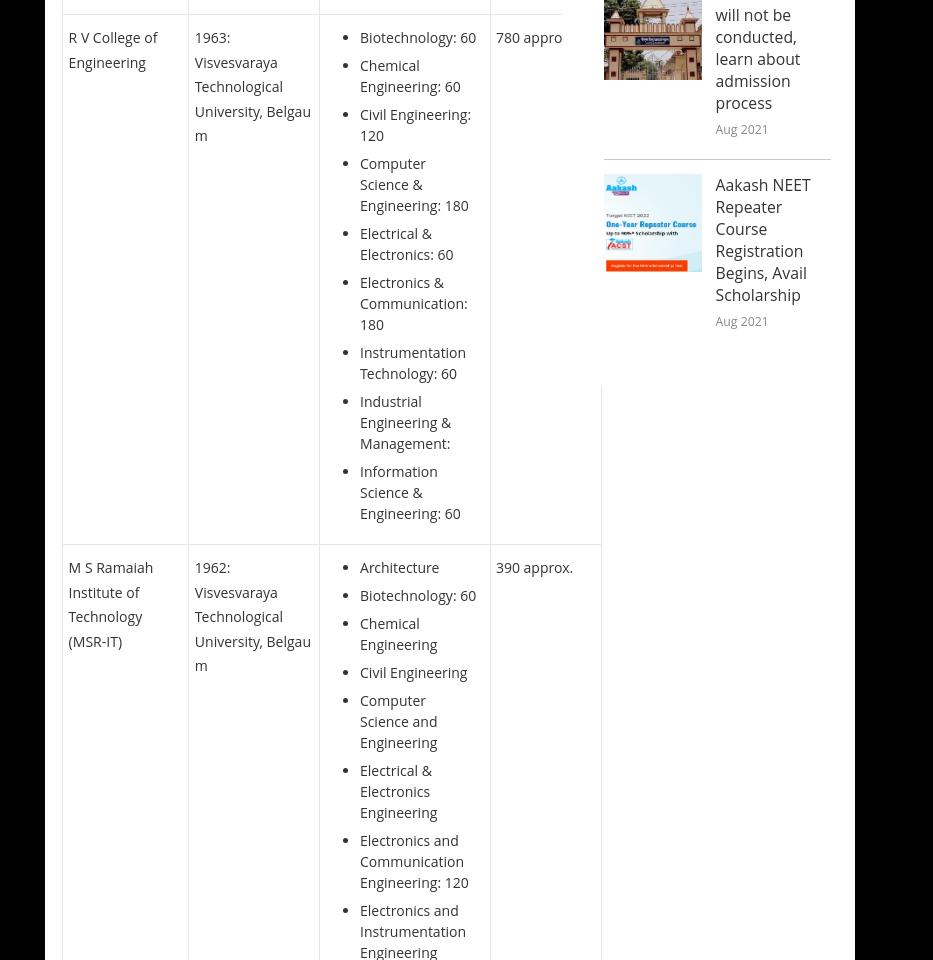 This screenshot has height=960, width=933. Describe the element at coordinates (406, 422) in the screenshot. I see `'Industrial Engineering & Management:'` at that location.